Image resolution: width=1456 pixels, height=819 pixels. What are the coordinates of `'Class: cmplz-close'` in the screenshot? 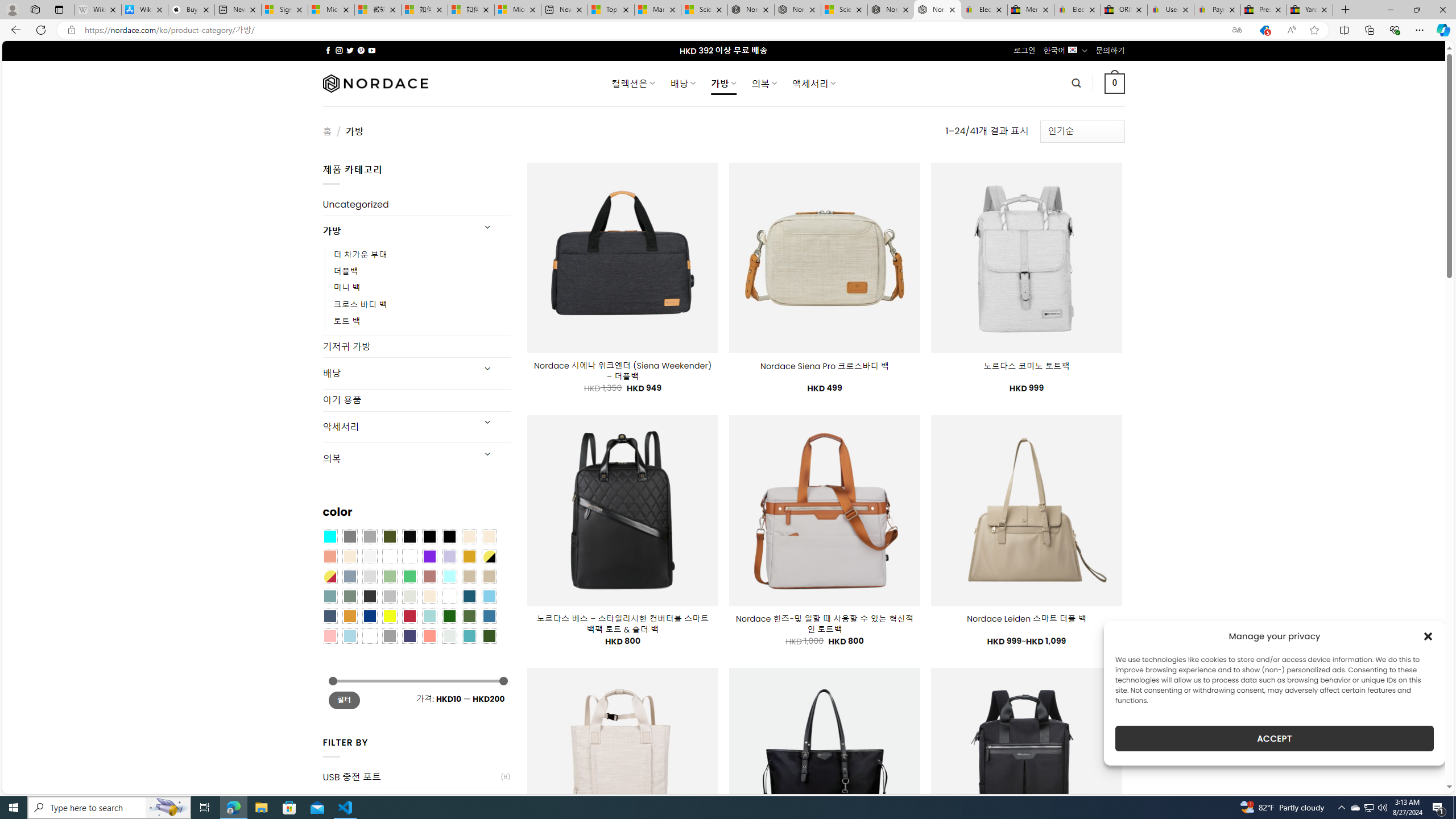 It's located at (1428, 636).